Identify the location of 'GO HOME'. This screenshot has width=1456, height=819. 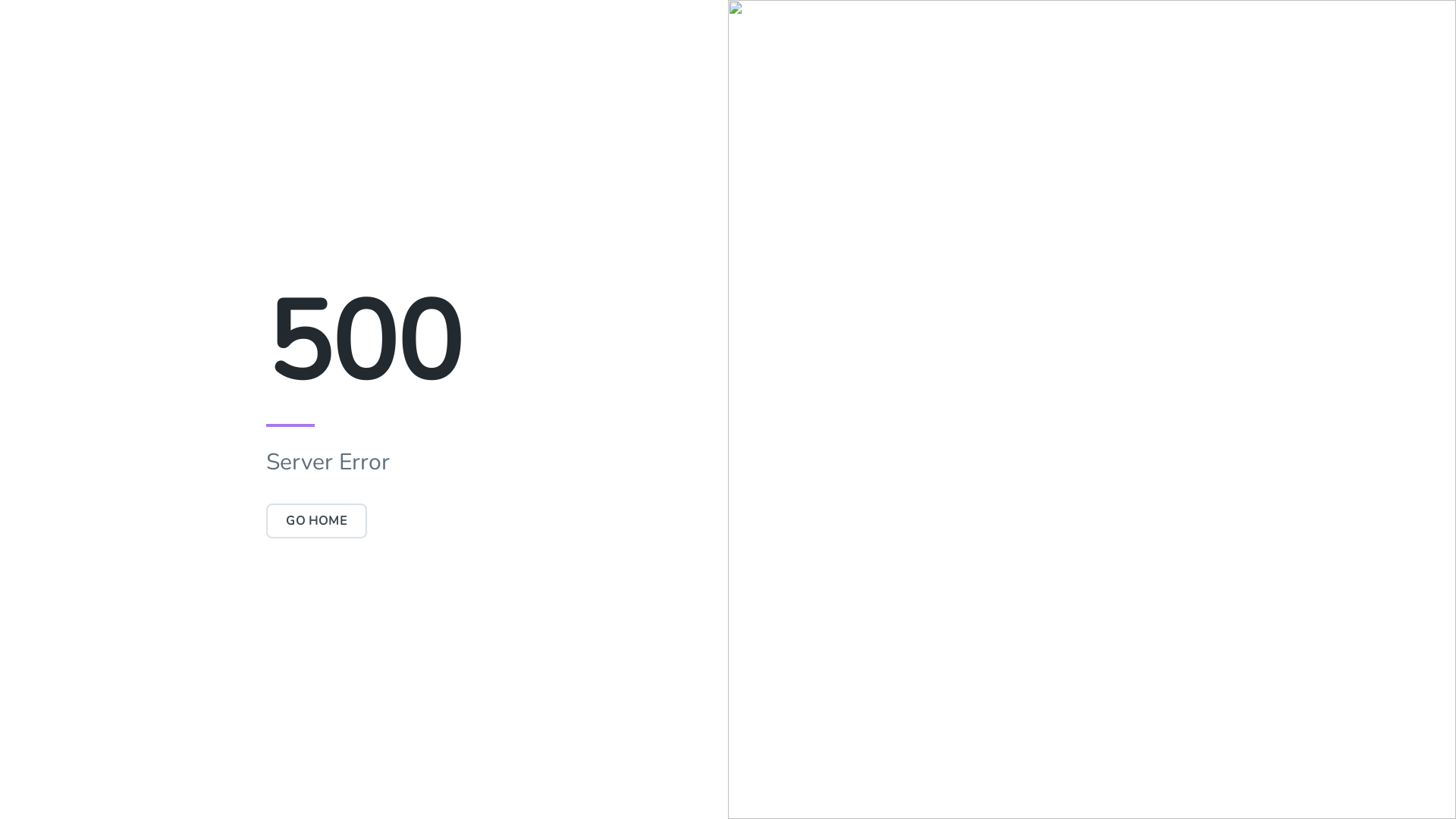
(315, 519).